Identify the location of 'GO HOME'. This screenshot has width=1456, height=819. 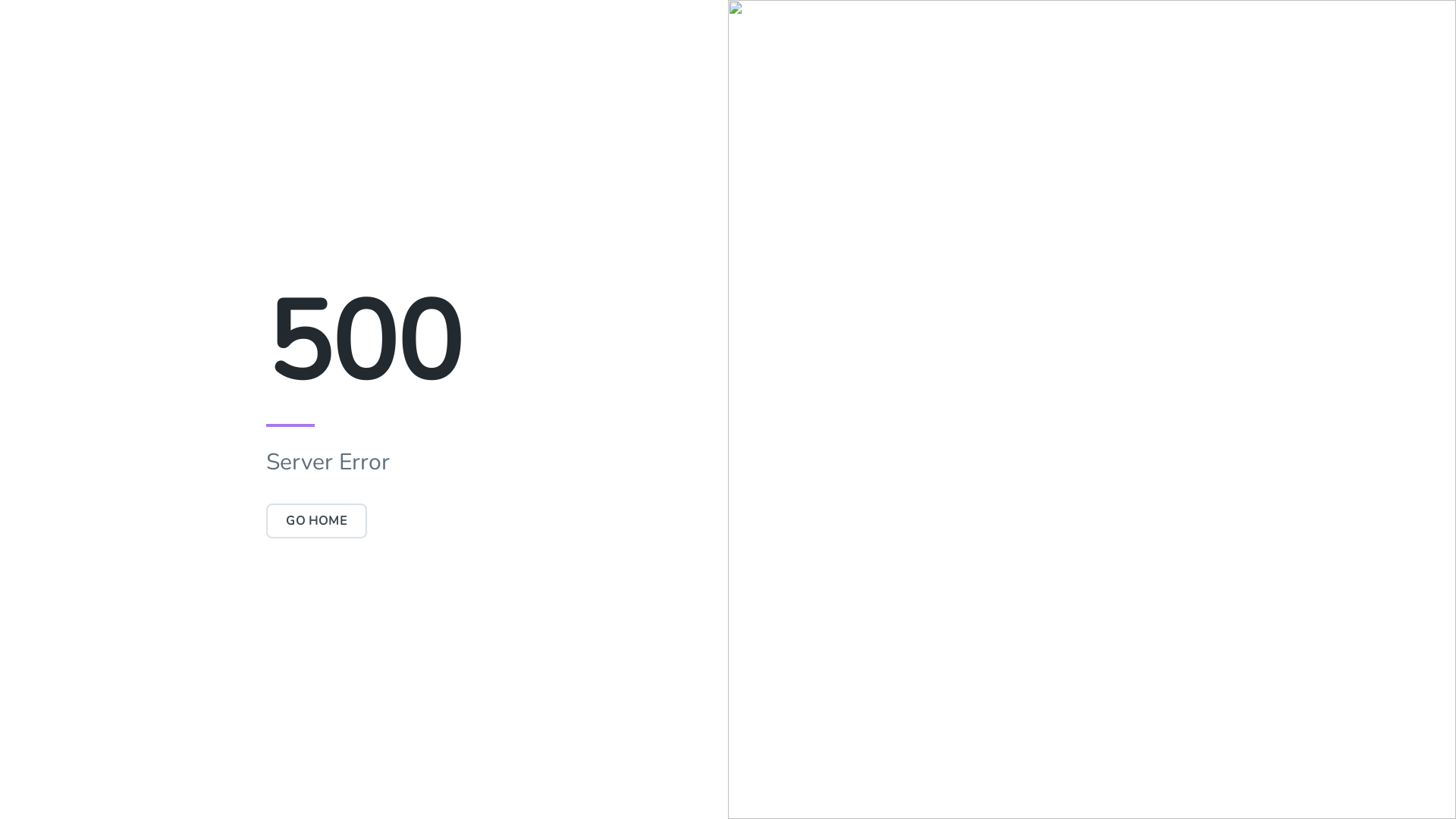
(315, 519).